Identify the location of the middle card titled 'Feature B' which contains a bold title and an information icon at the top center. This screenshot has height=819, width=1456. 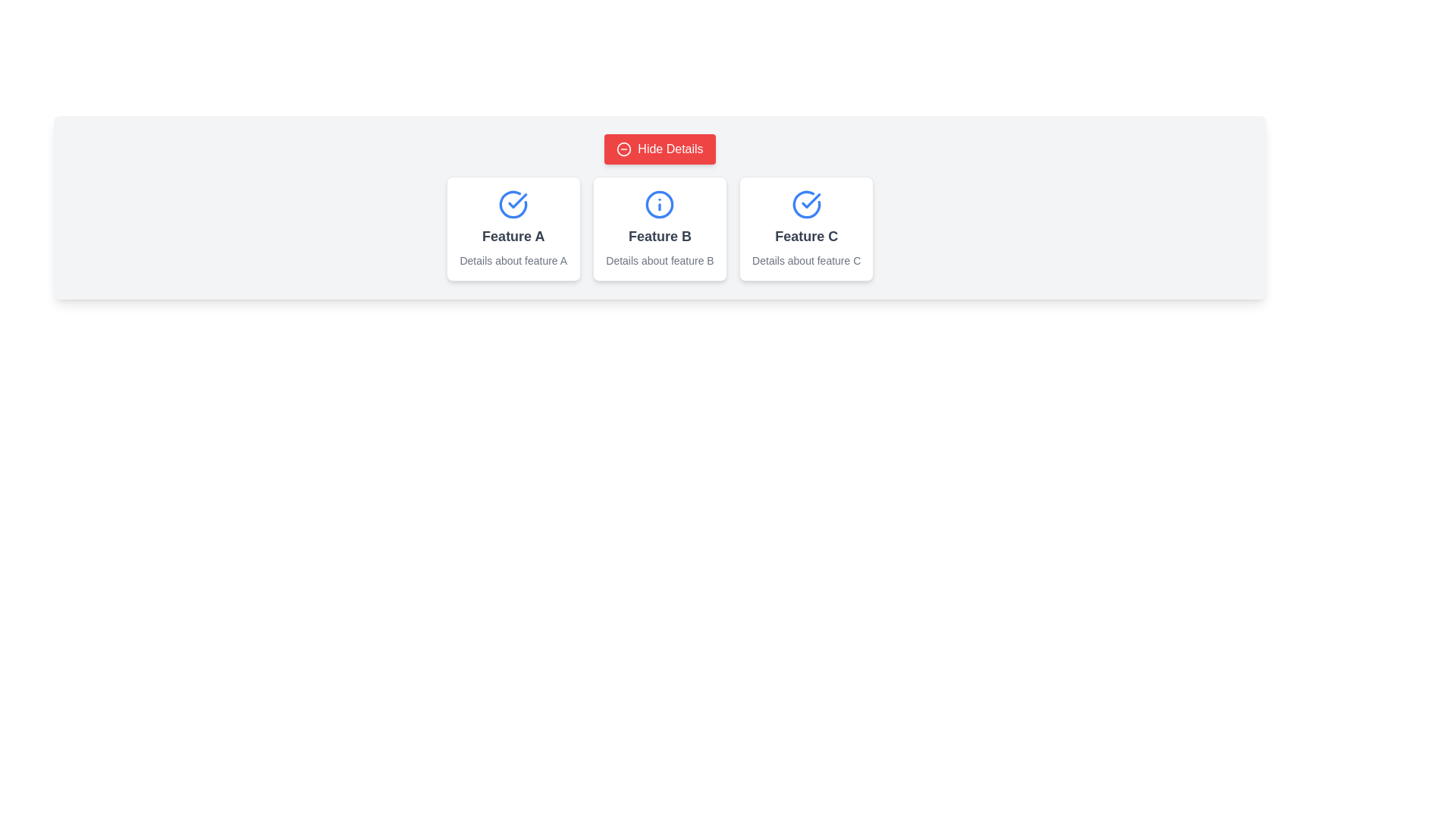
(660, 228).